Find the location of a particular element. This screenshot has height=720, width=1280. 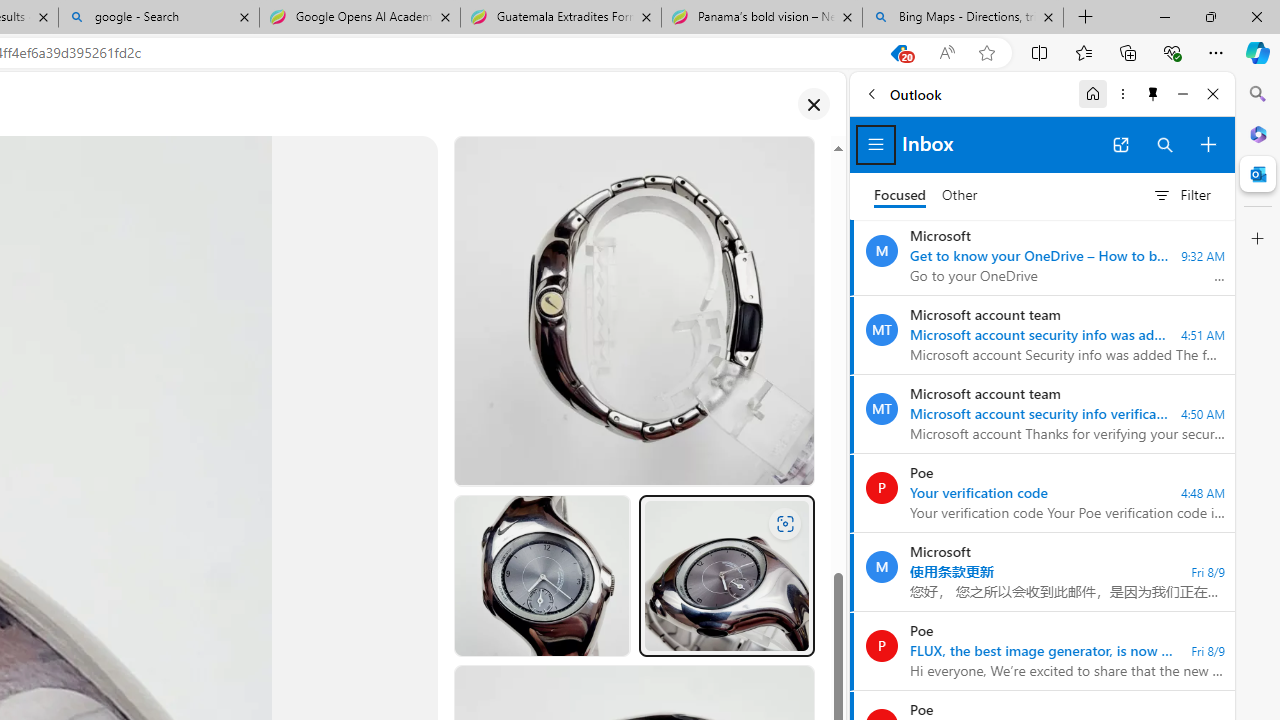

'Focused' is located at coordinates (899, 195).